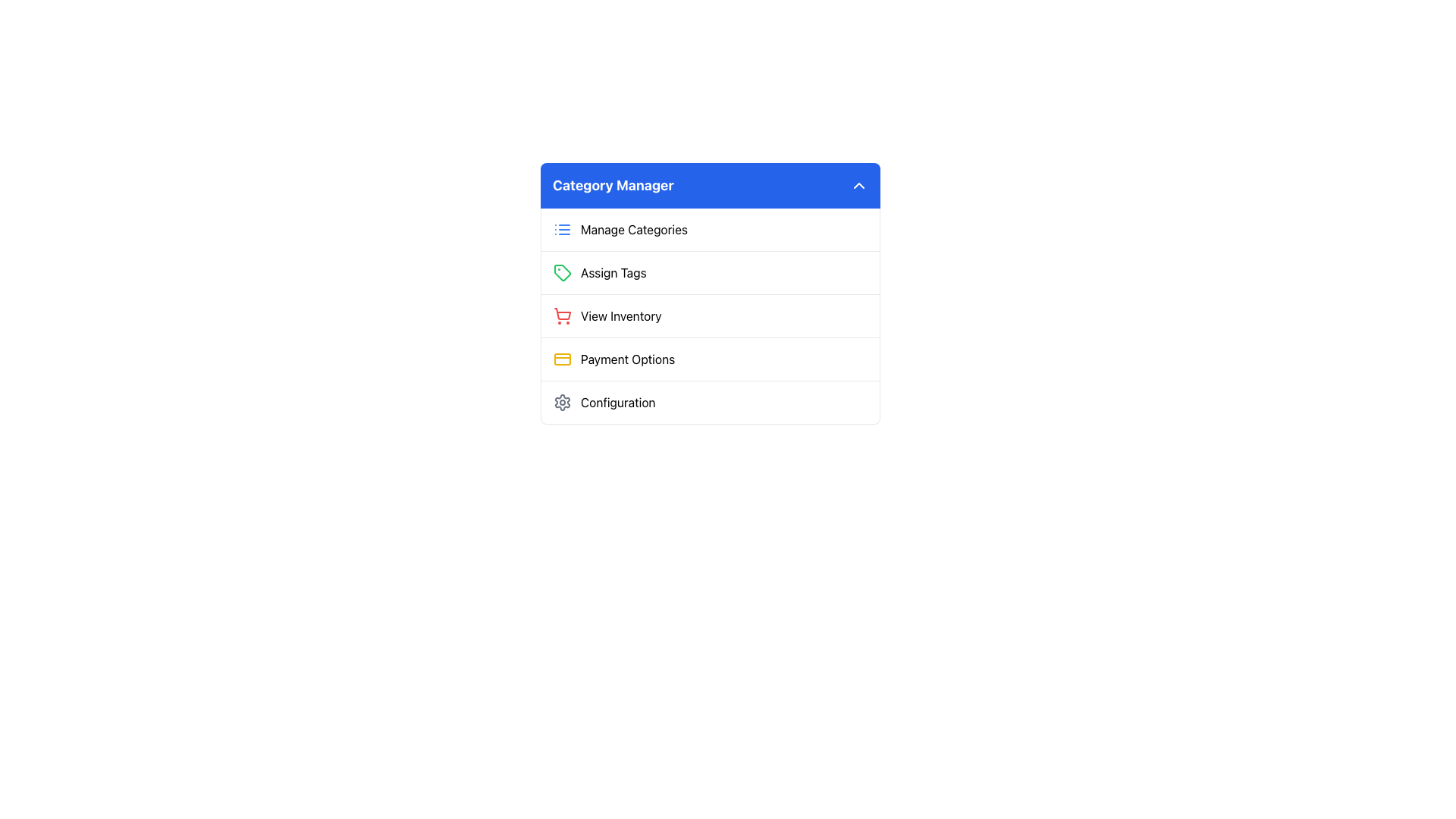  What do you see at coordinates (613, 185) in the screenshot?
I see `the text label that serves as a title or heading indicating the purpose of managing categories, located near the top-center of the interface in a rounded header bar with a blue background` at bounding box center [613, 185].